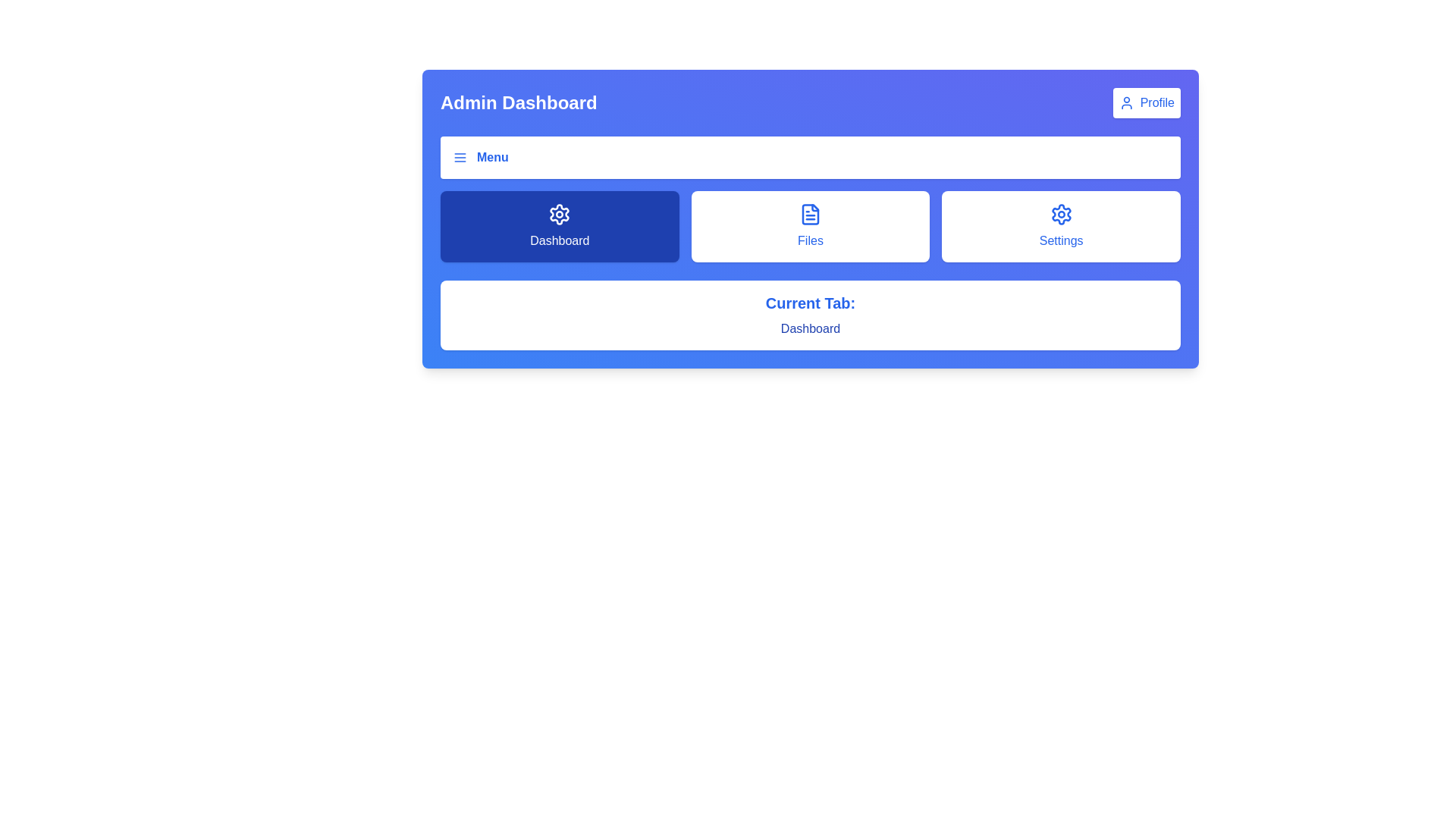 The image size is (1456, 819). I want to click on the 'Profile' button, which has a blue user icon and matching text, located at the top-right corner of the interface next to the 'Admin Dashboard' title, so click(1147, 102).